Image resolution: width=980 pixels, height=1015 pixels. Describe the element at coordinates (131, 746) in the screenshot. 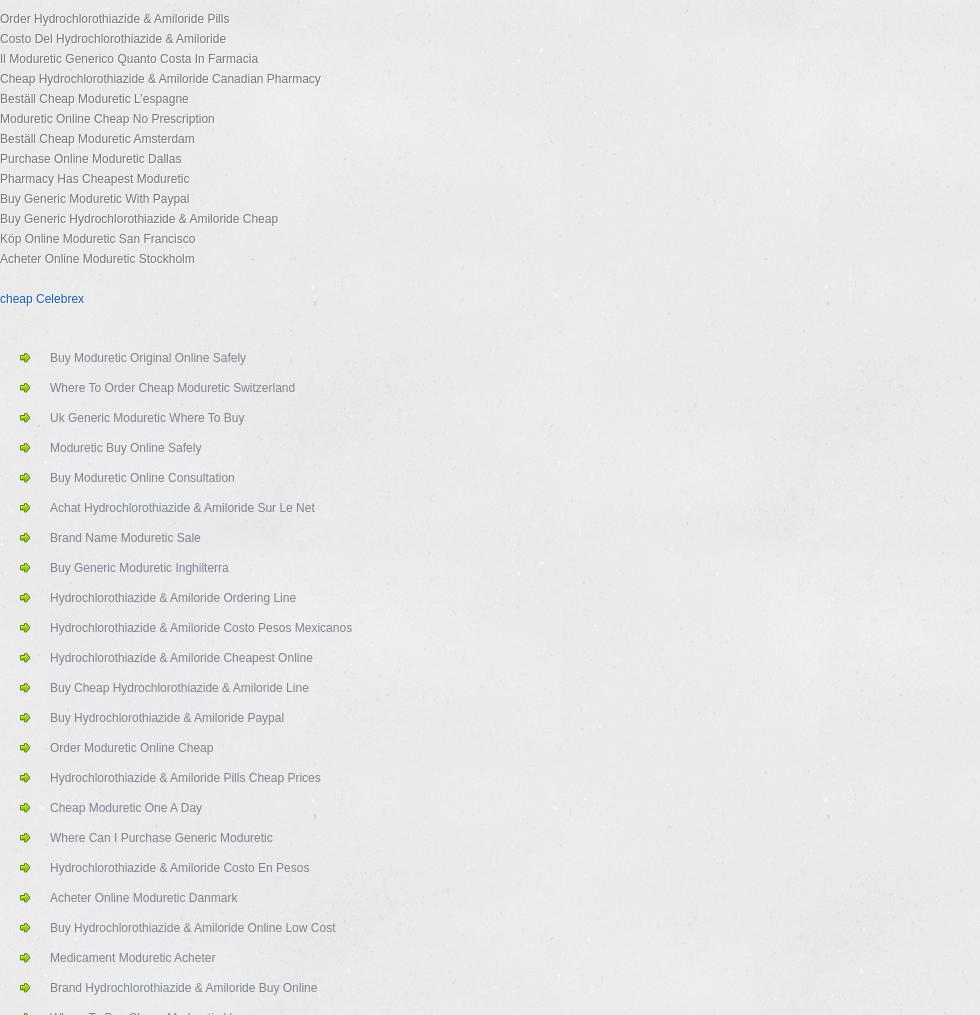

I see `'Order Moduretic Online Cheap'` at that location.